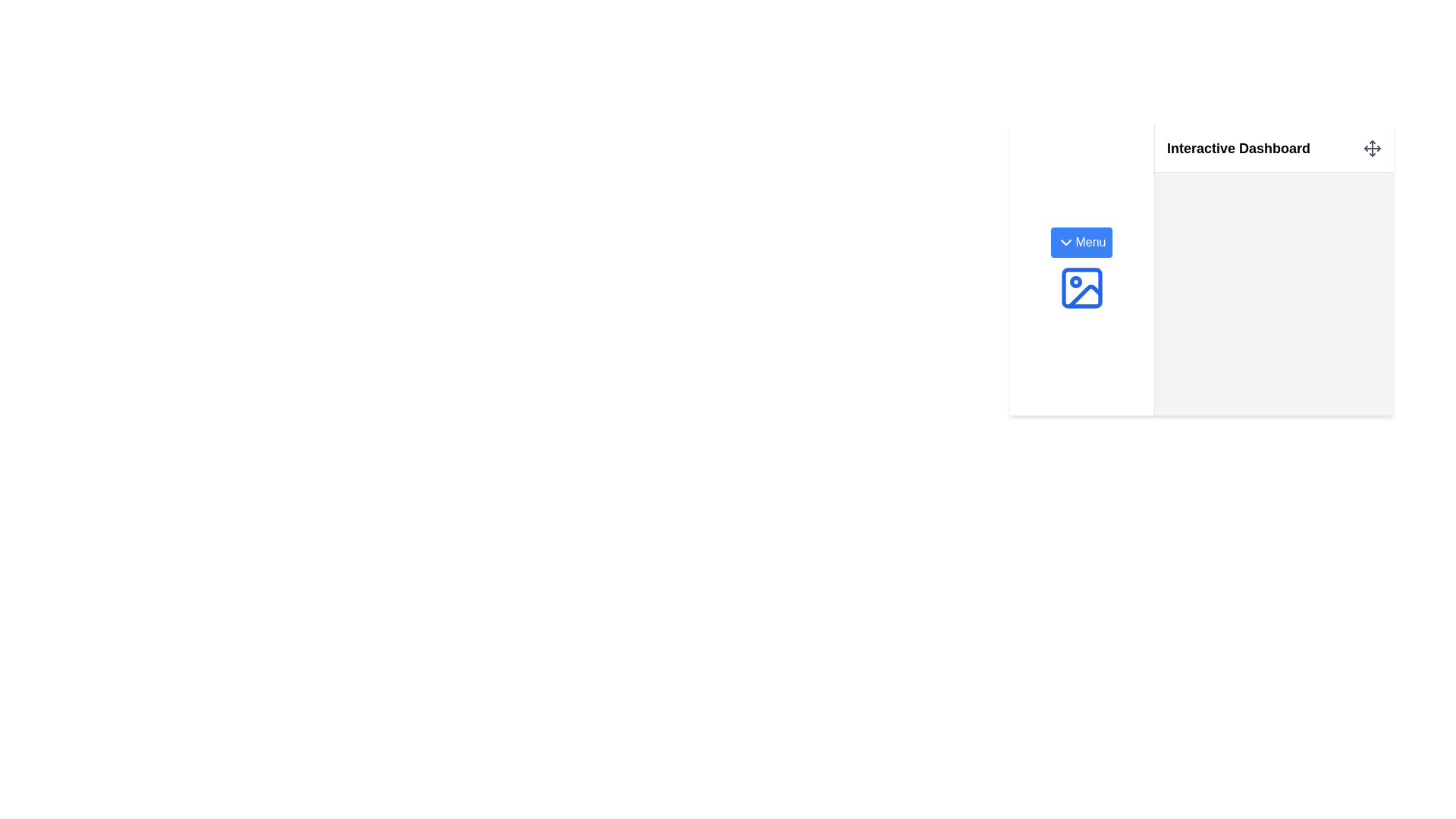 Image resolution: width=1456 pixels, height=819 pixels. What do you see at coordinates (1274, 149) in the screenshot?
I see `text 'Interactive Dashboard' located in the header at the top-right section of the page` at bounding box center [1274, 149].